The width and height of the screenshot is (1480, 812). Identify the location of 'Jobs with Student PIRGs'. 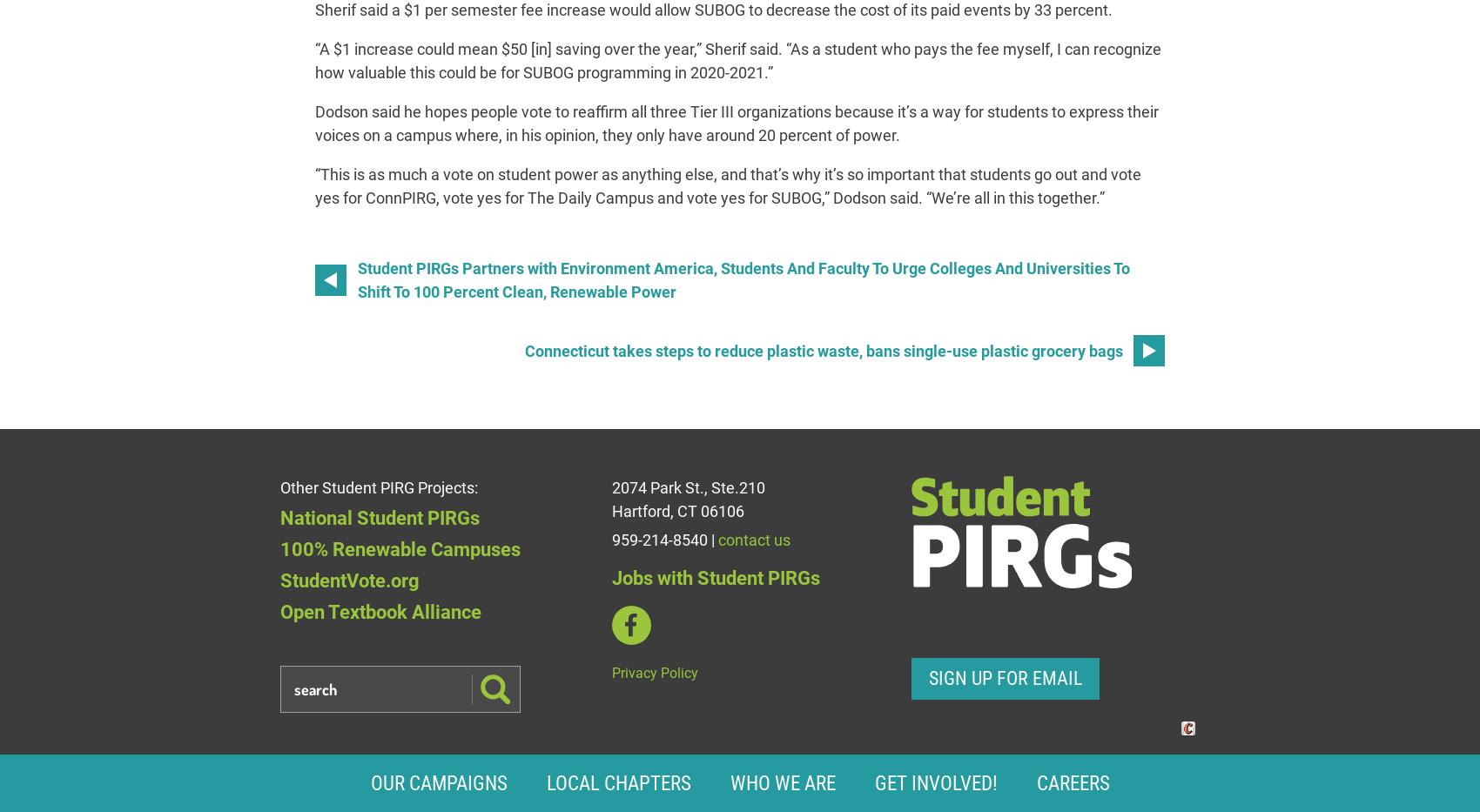
(714, 576).